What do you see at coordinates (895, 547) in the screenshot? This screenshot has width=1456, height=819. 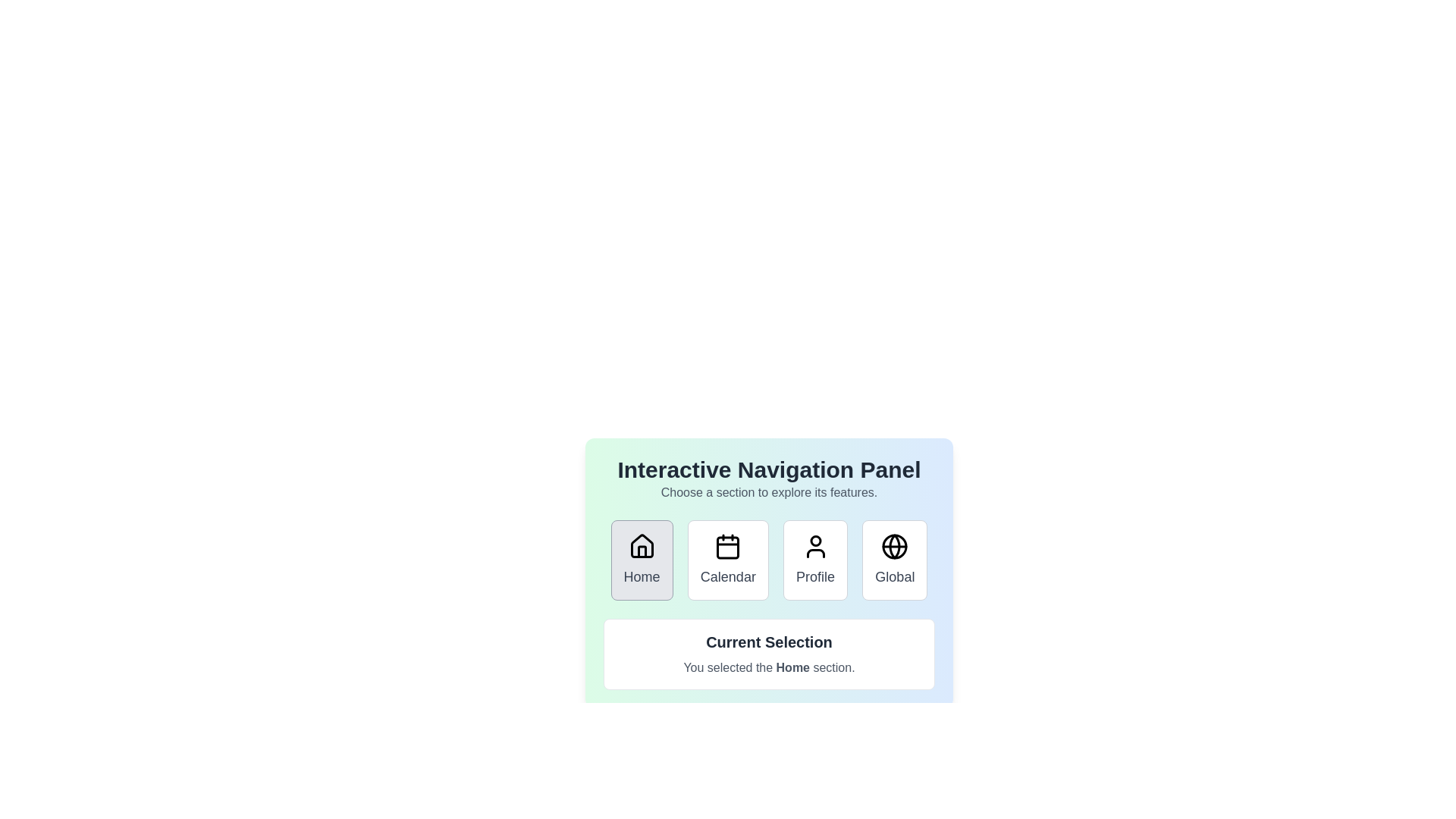 I see `the circular globe icon located in the 'Global' navigation button, which is the fourth option from the left in the bottom-right section of the navigation panel` at bounding box center [895, 547].